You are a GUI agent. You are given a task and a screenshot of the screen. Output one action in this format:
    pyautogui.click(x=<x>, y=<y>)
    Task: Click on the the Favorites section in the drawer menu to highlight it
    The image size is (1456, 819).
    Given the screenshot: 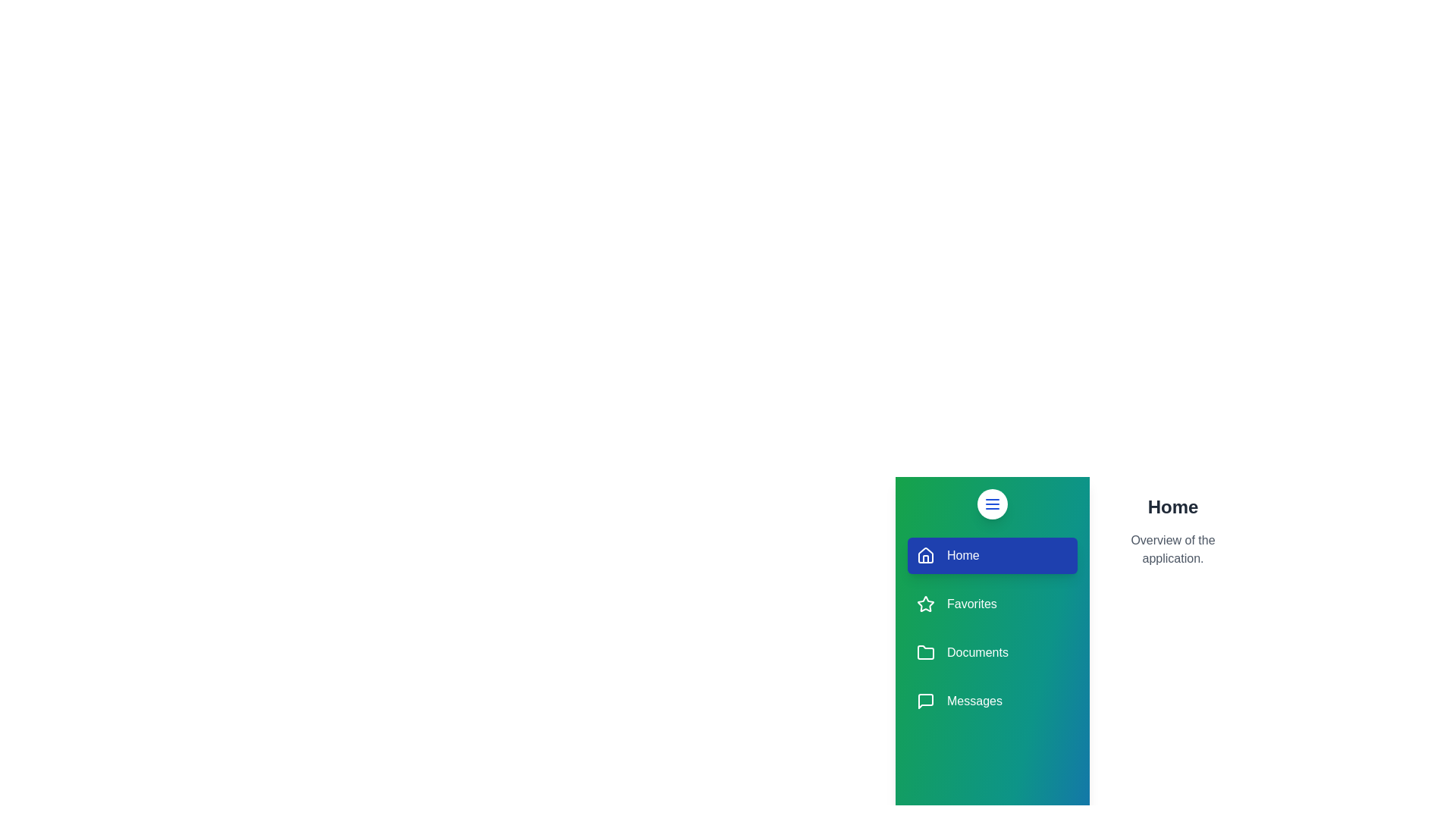 What is the action you would take?
    pyautogui.click(x=993, y=604)
    